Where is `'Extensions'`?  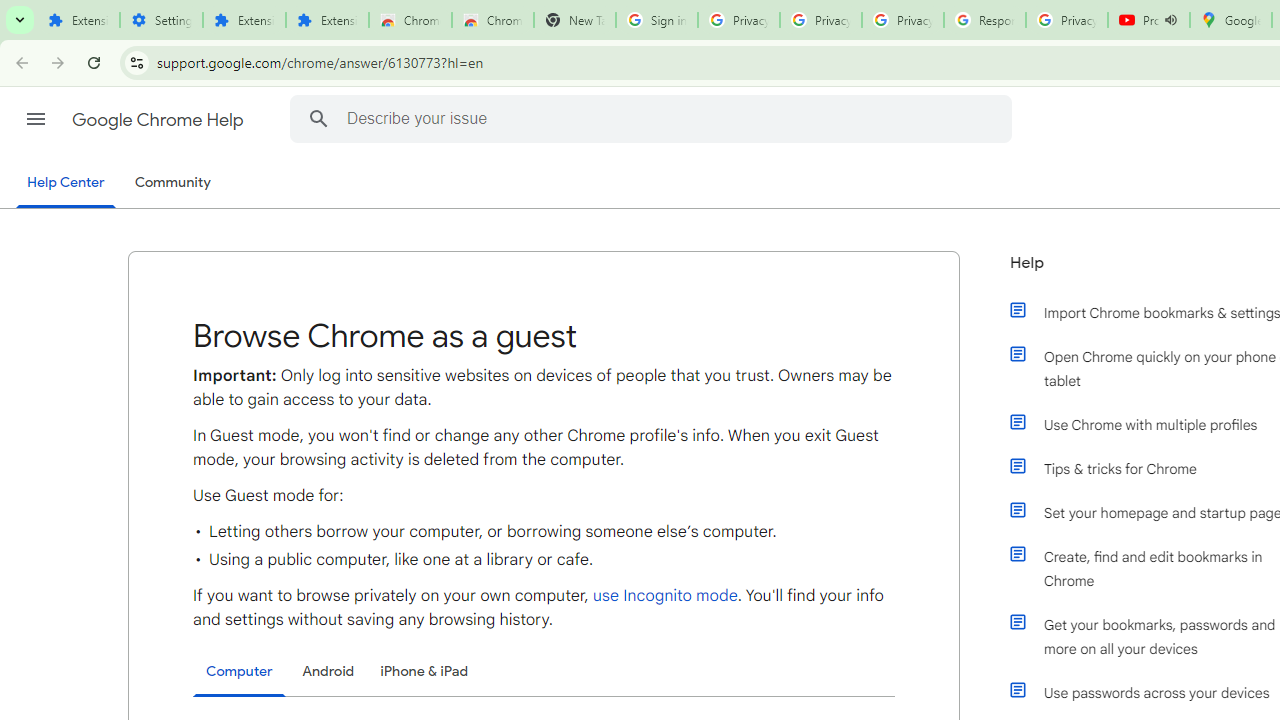
'Extensions' is located at coordinates (327, 20).